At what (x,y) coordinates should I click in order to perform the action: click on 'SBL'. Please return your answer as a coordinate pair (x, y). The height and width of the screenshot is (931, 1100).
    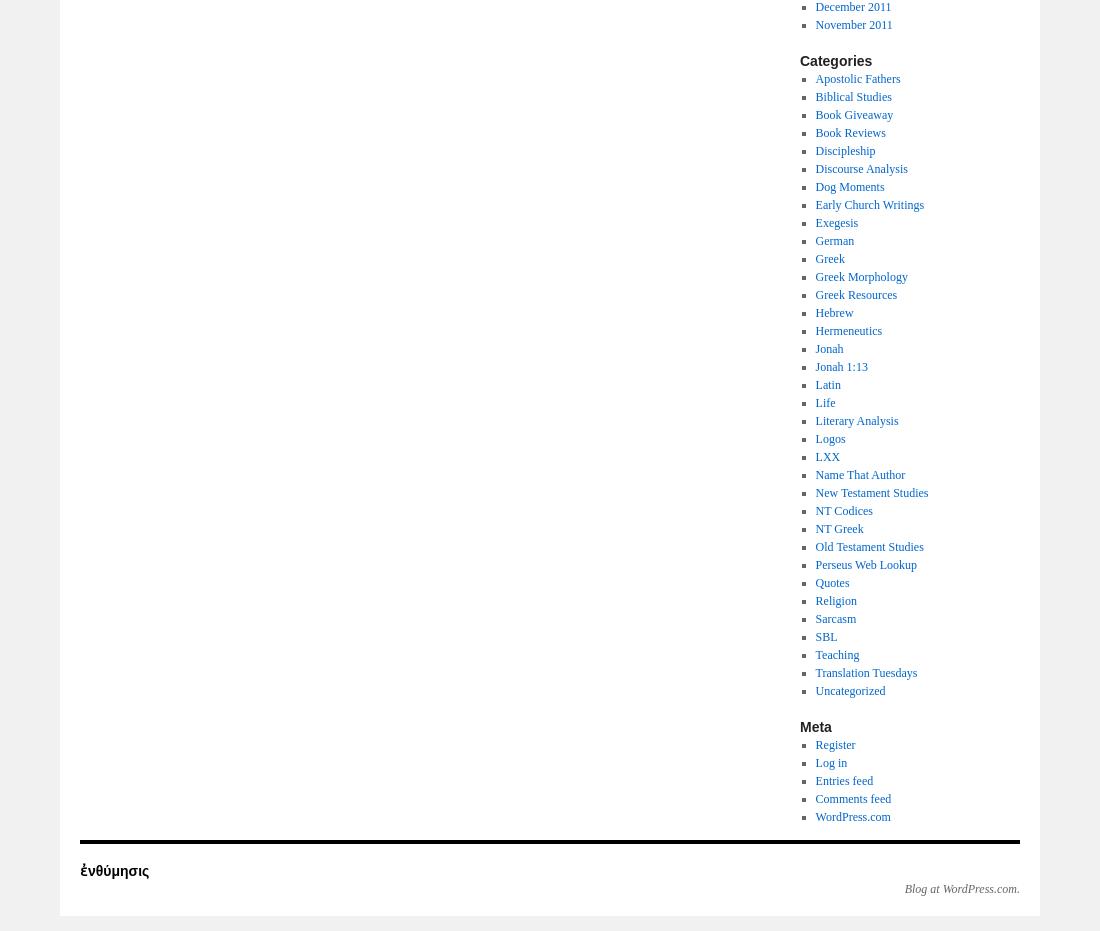
    Looking at the image, I should click on (825, 636).